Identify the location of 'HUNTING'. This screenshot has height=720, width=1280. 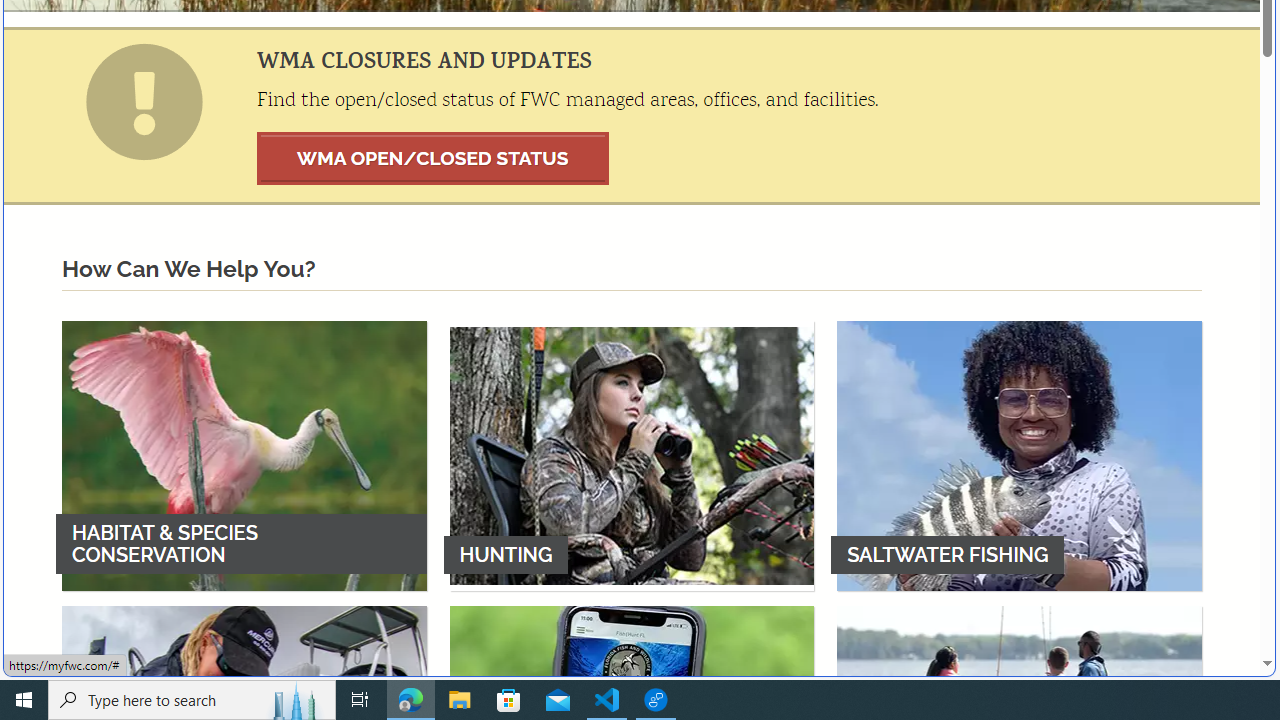
(631, 455).